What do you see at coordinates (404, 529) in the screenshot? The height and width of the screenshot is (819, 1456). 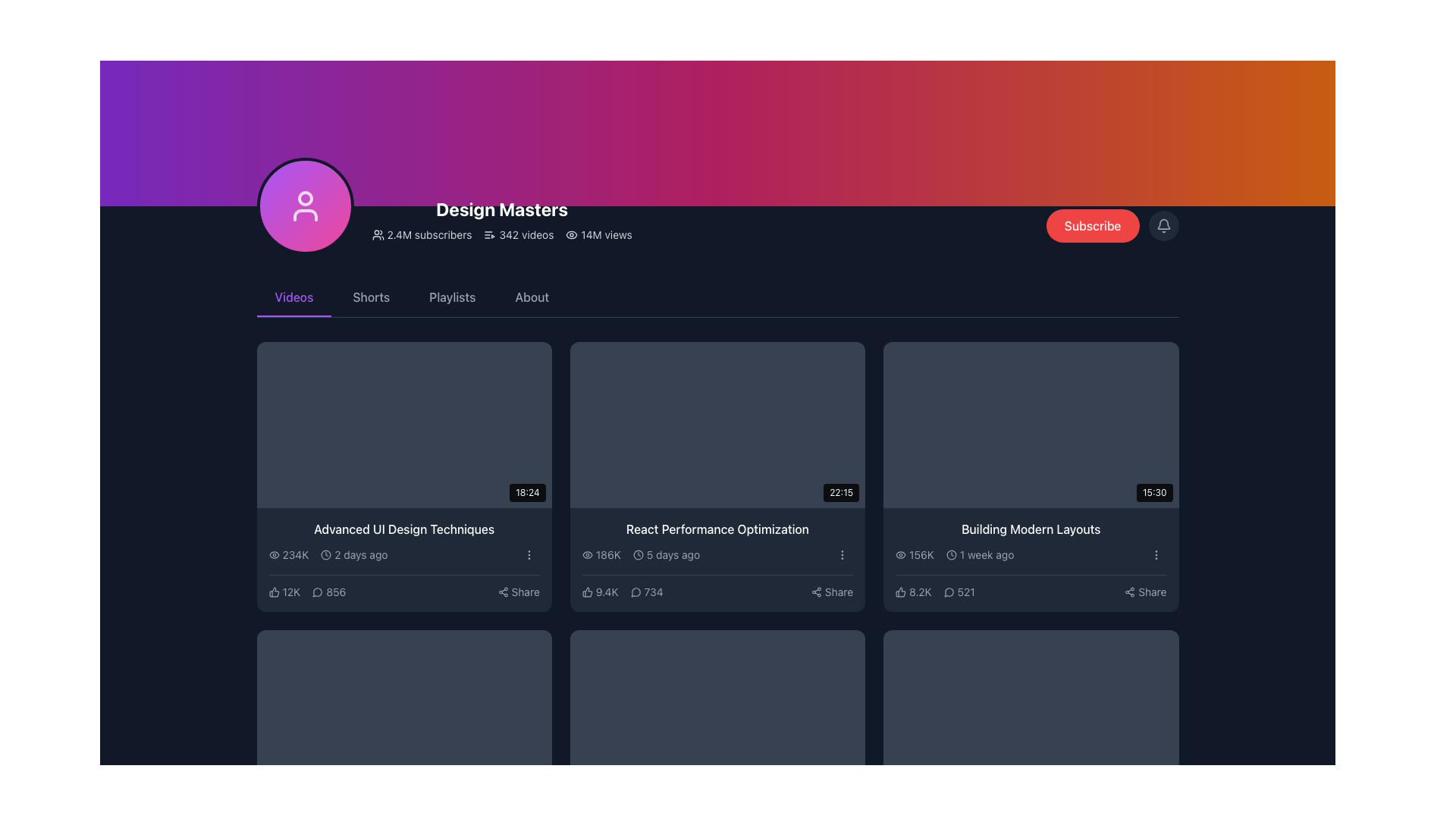 I see `the text label displaying 'Advanced UI Design Techniques'` at bounding box center [404, 529].